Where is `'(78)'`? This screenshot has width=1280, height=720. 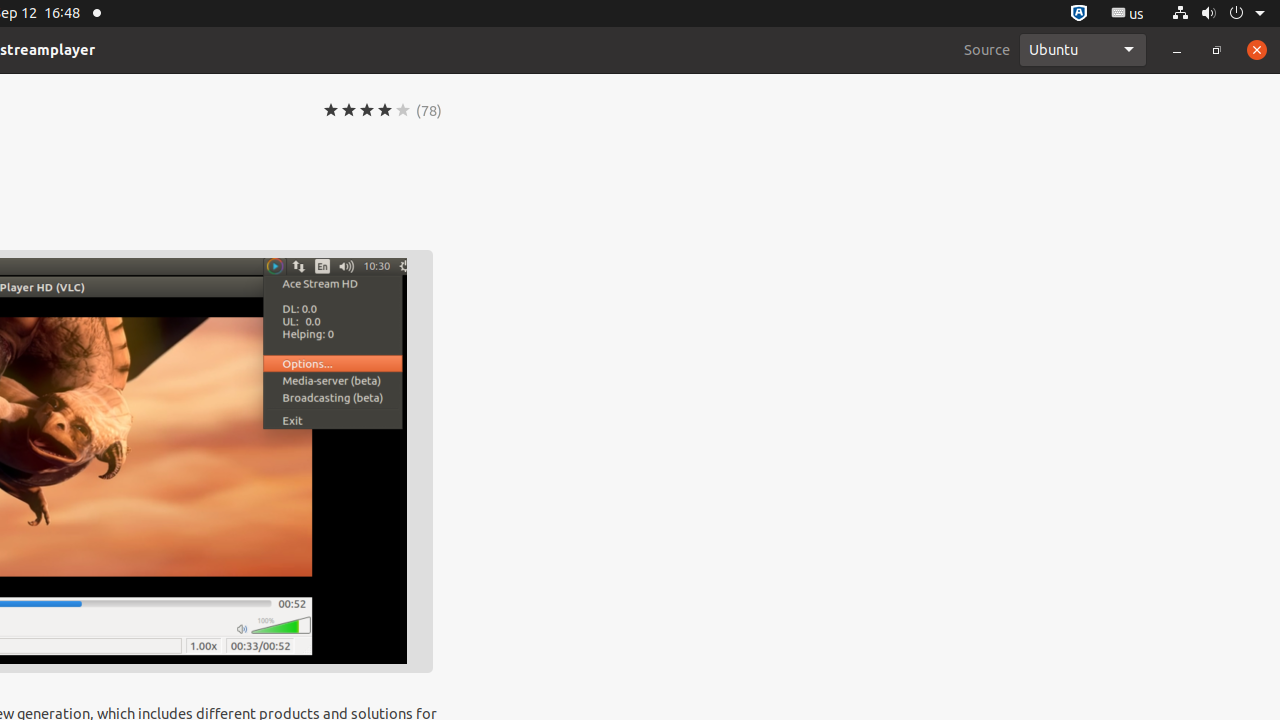 '(78)' is located at coordinates (428, 110).